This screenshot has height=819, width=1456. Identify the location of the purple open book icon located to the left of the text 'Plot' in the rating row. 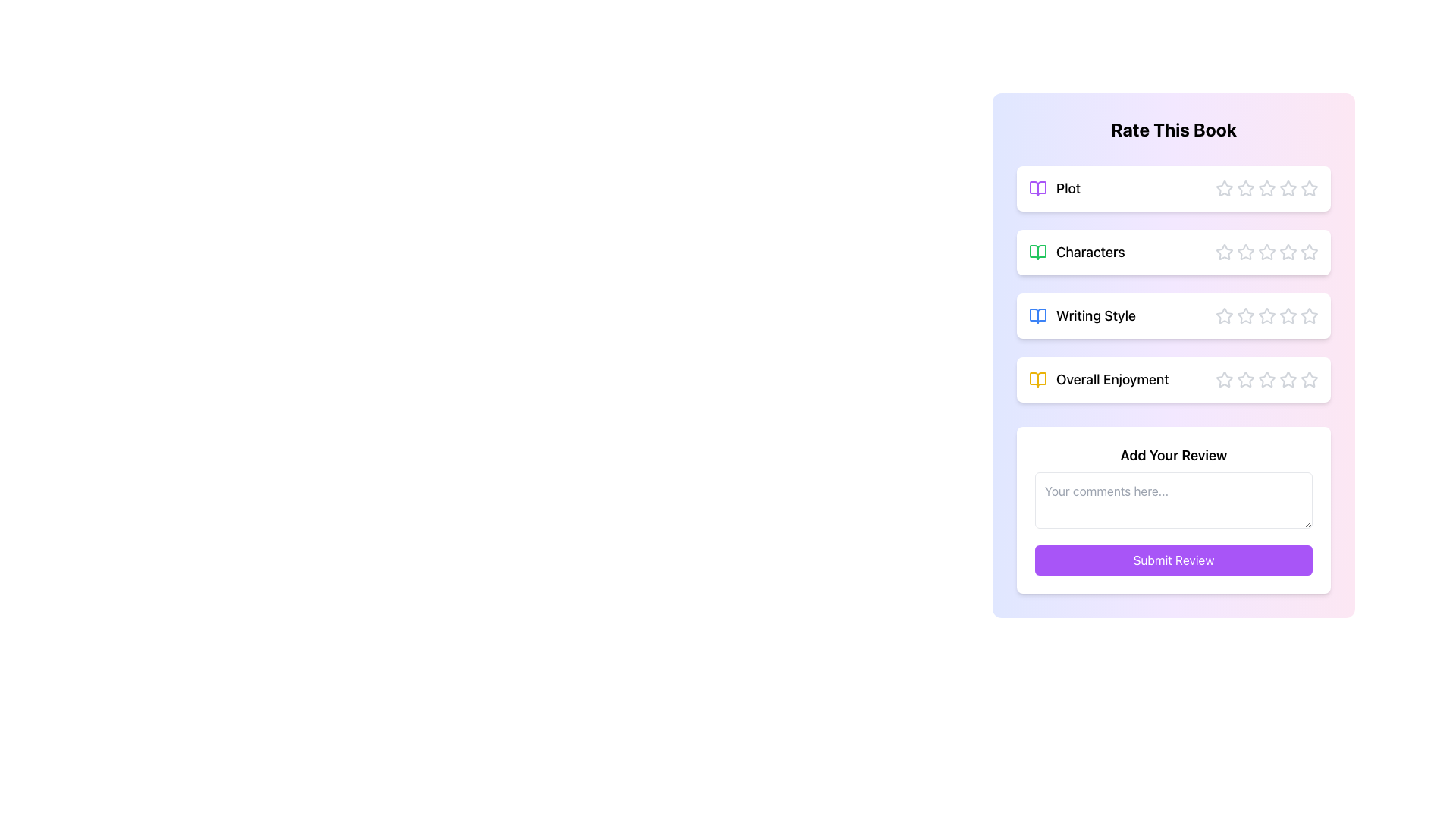
(1037, 188).